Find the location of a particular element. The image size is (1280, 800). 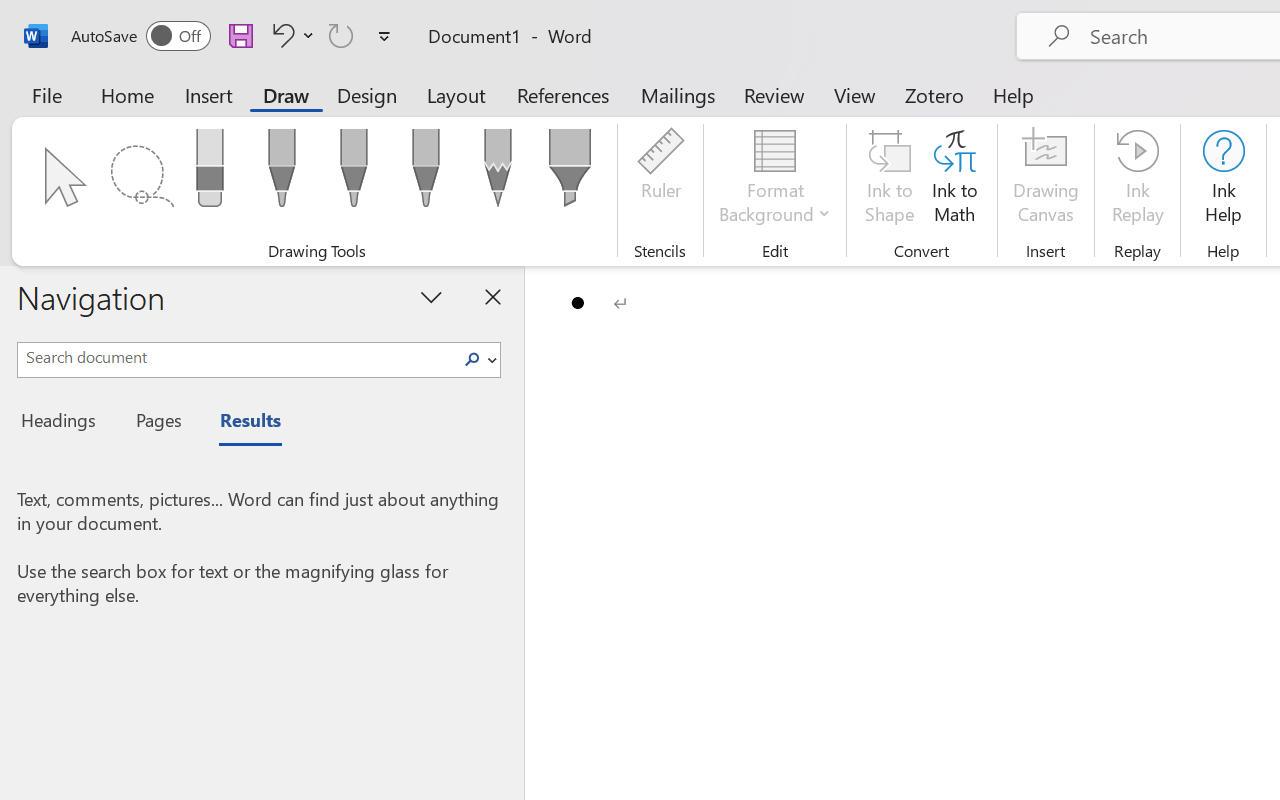

'Undo Bullet Default' is located at coordinates (289, 34).